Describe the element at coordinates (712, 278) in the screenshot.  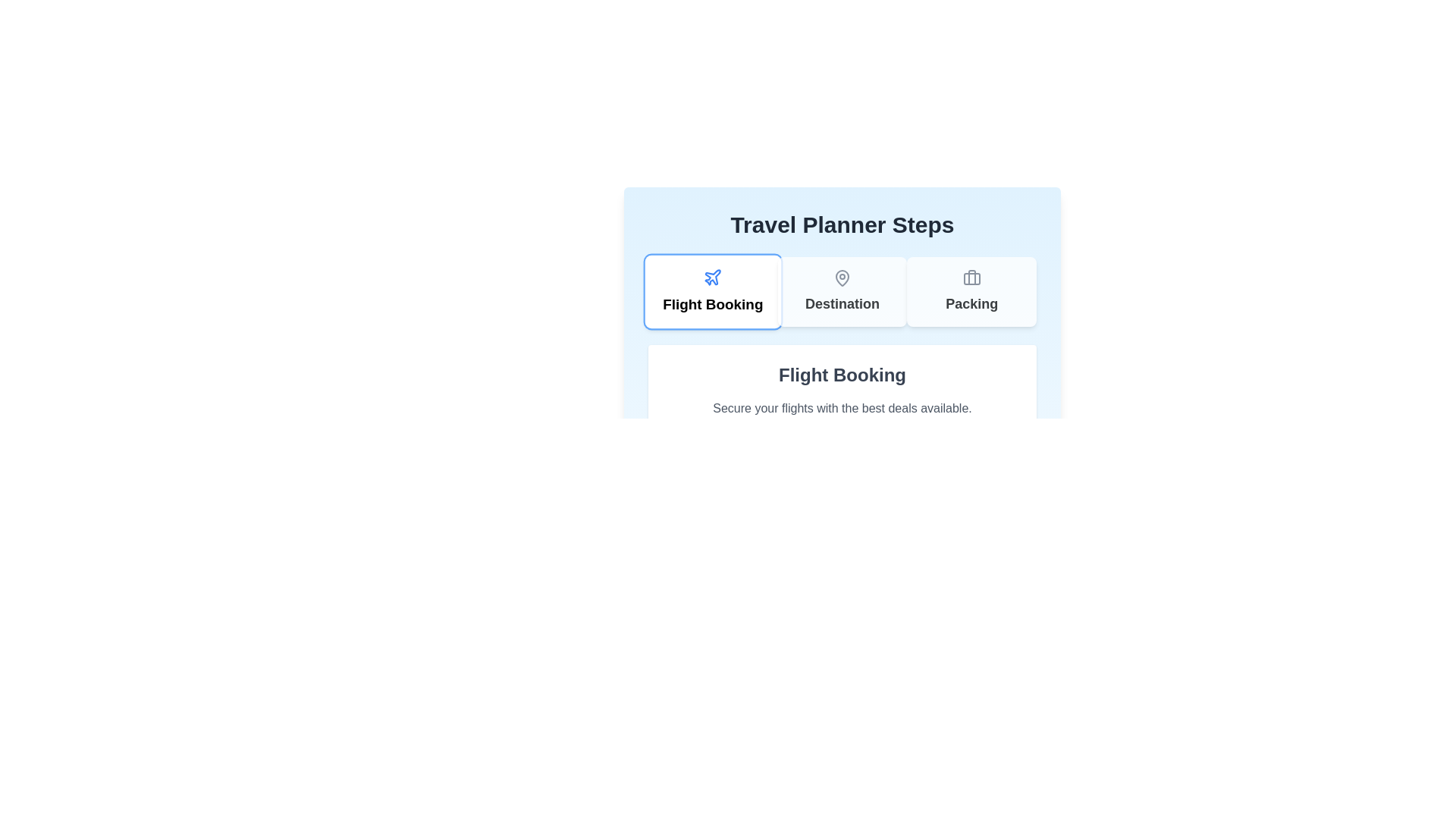
I see `the airplane icon within the 'Flight Booking' button in the active step of the stepper navigation` at that location.